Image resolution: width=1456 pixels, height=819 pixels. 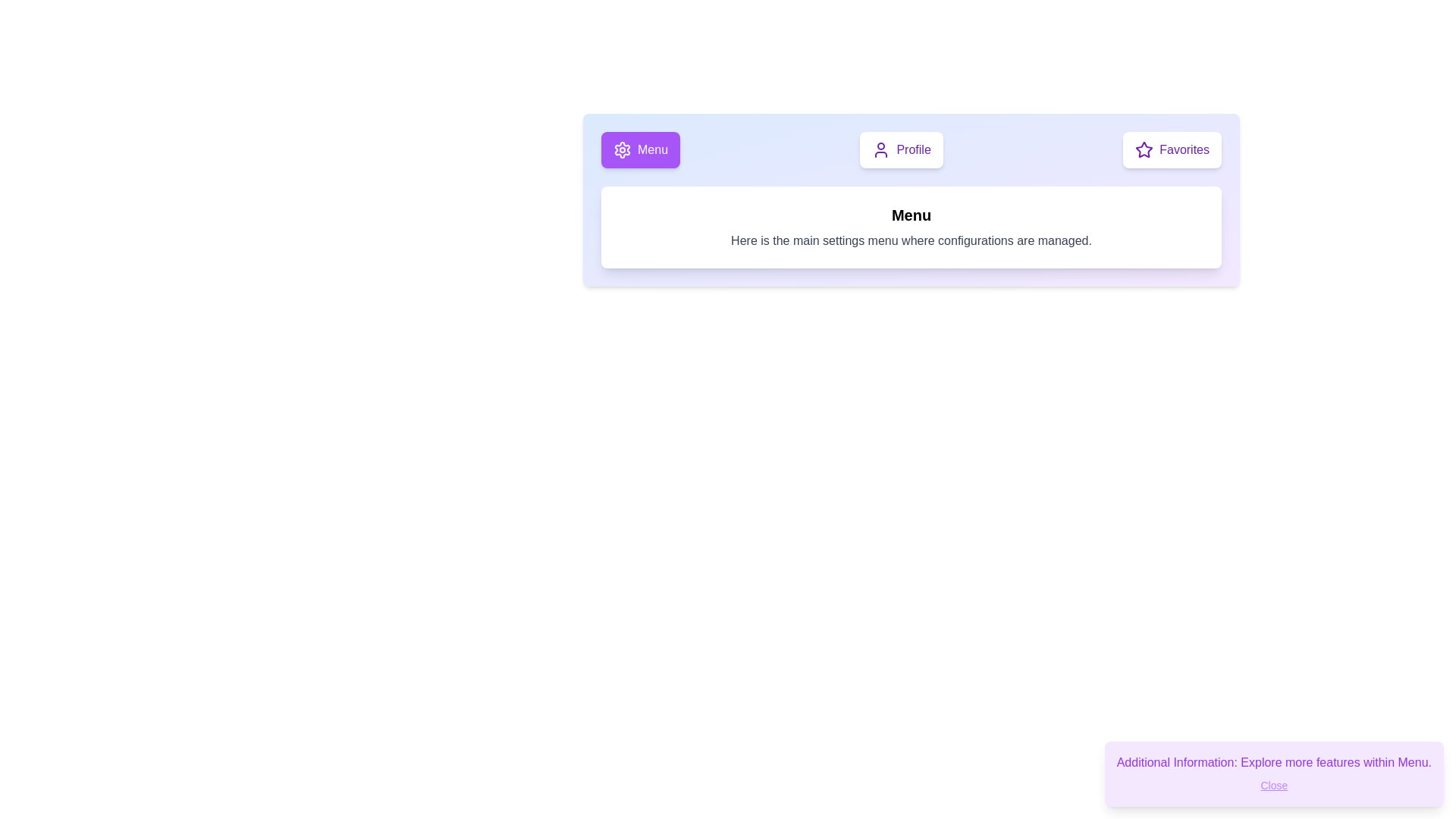 What do you see at coordinates (1144, 149) in the screenshot?
I see `the purple star-shaped icon located in the top-right corner of the interface within the 'Favorites' button area` at bounding box center [1144, 149].